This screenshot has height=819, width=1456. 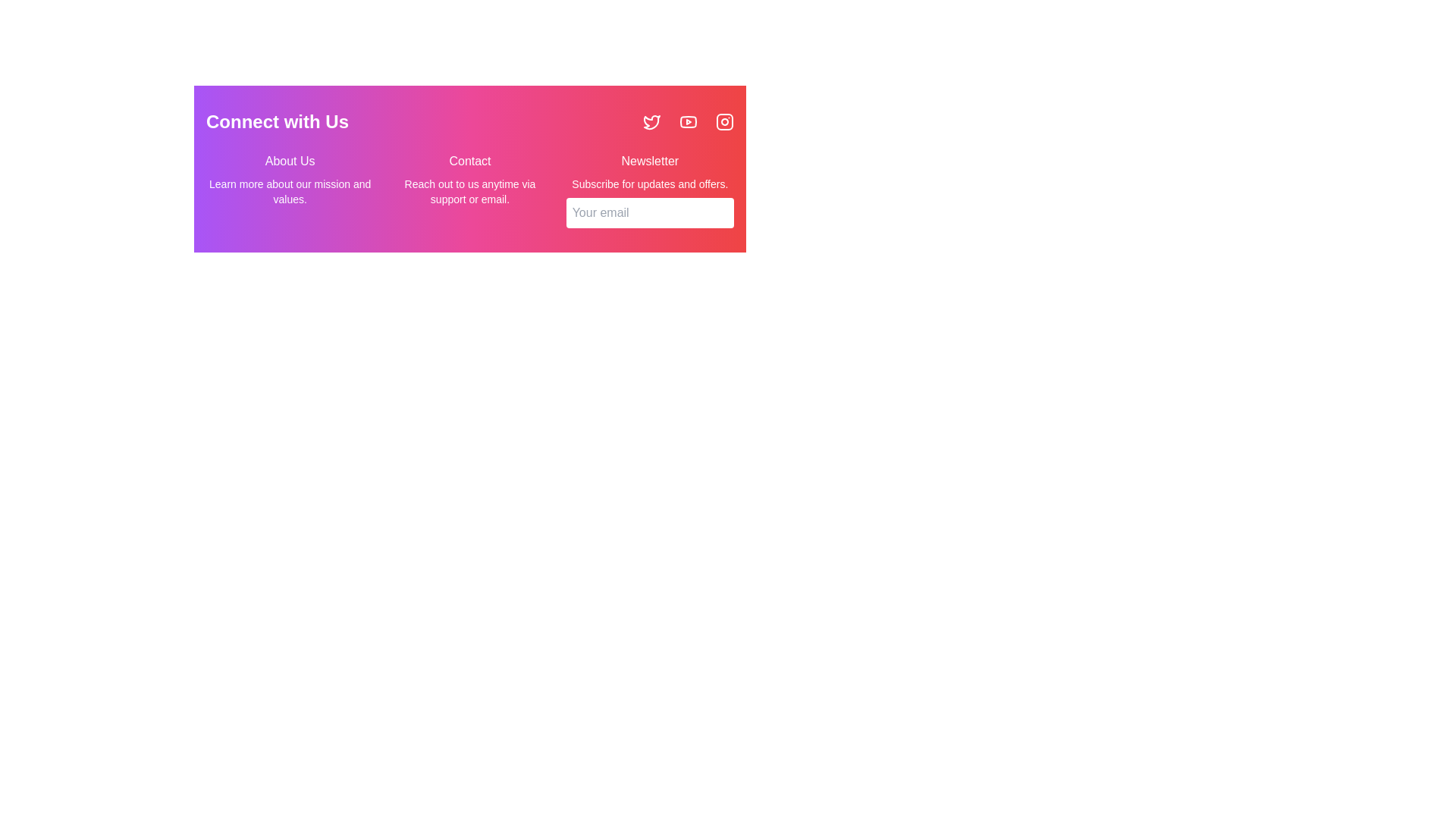 I want to click on the static text that states 'Reach out to us anytime via support or email.' located under the 'Contact' header, centrally positioned between 'About Us' and 'Newsletter' sections, so click(x=469, y=191).